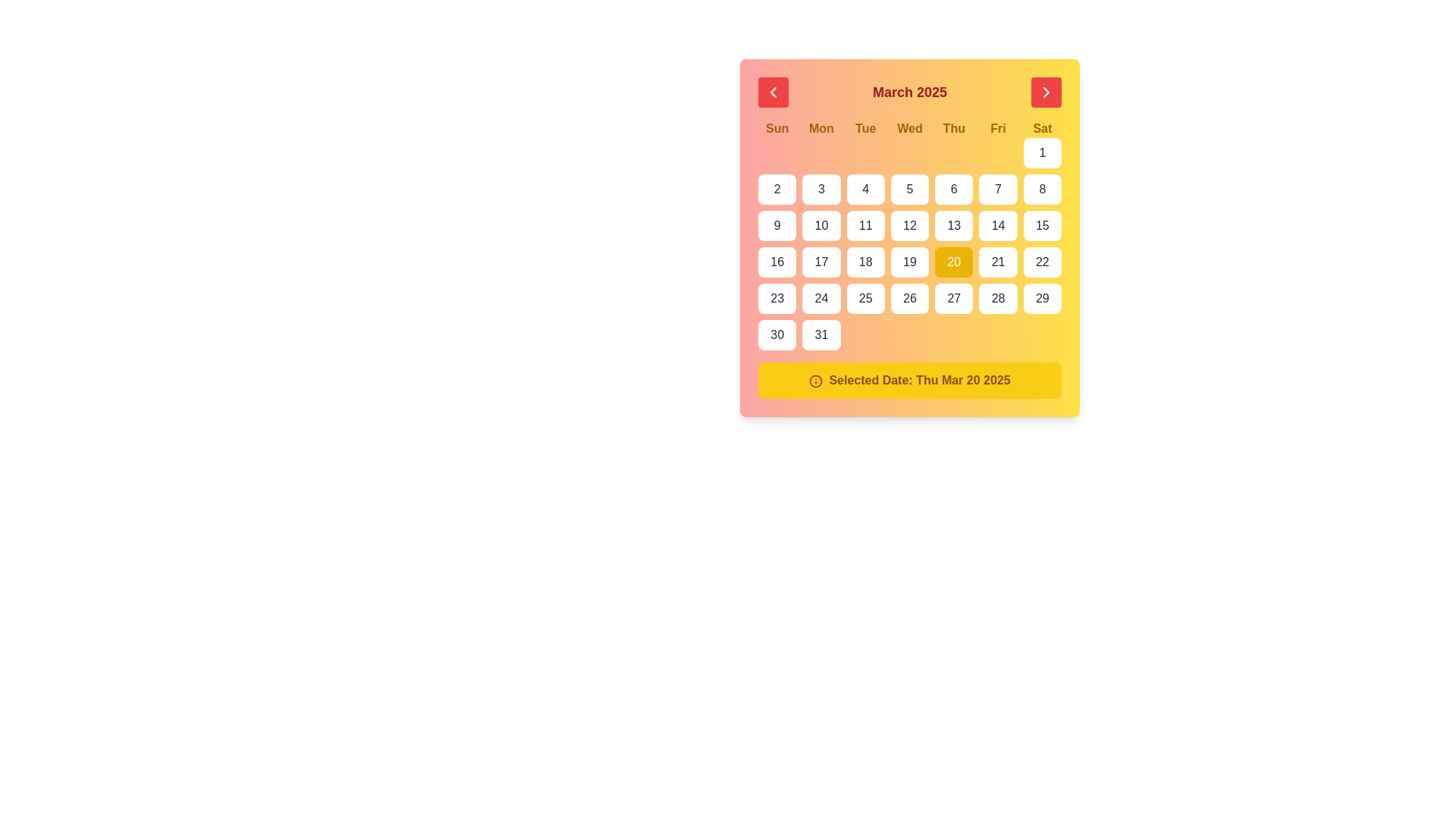 The height and width of the screenshot is (819, 1456). I want to click on the fifth cell in the first row of the grid labeled 'Thu', which is a blank square grid cell with a yellowish background, so click(953, 152).